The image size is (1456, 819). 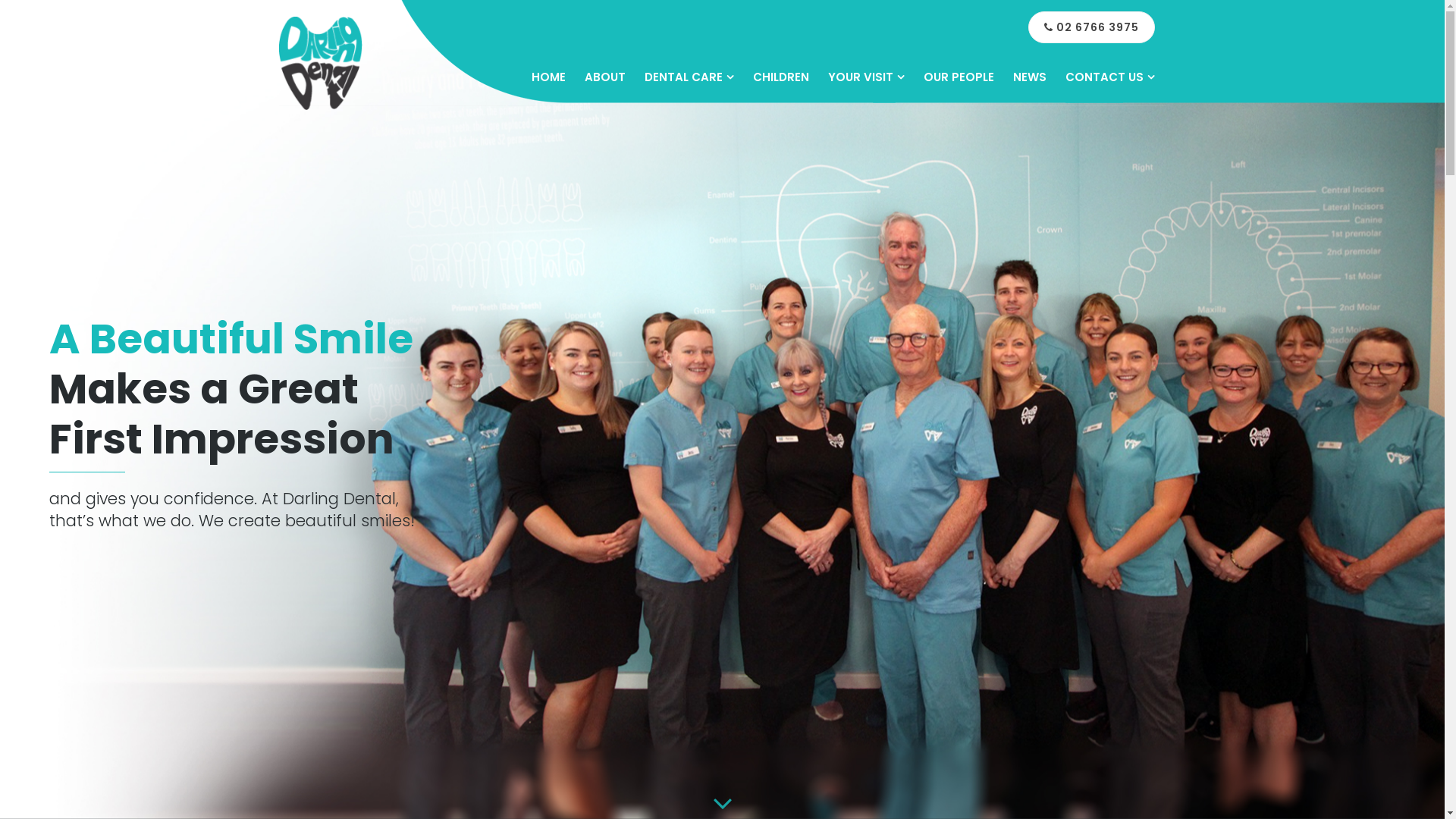 I want to click on '02 6766 3975', so click(x=1090, y=27).